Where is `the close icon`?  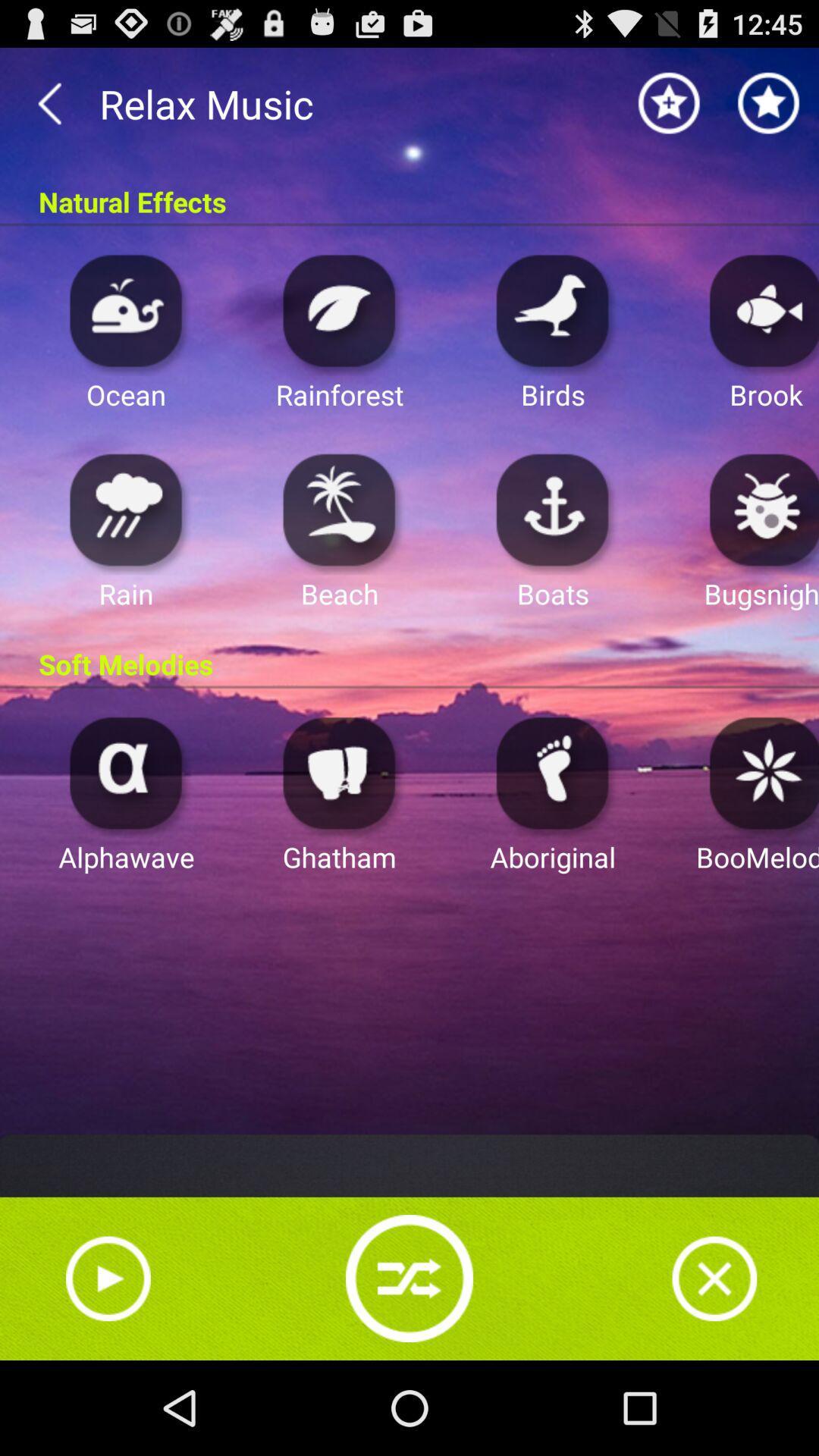 the close icon is located at coordinates (714, 1368).